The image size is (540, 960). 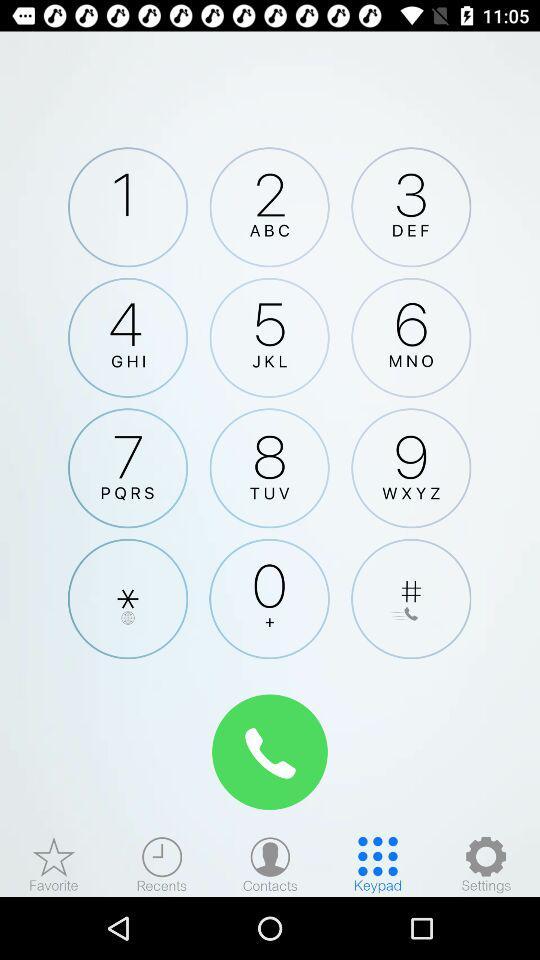 I want to click on tap 5, so click(x=269, y=337).